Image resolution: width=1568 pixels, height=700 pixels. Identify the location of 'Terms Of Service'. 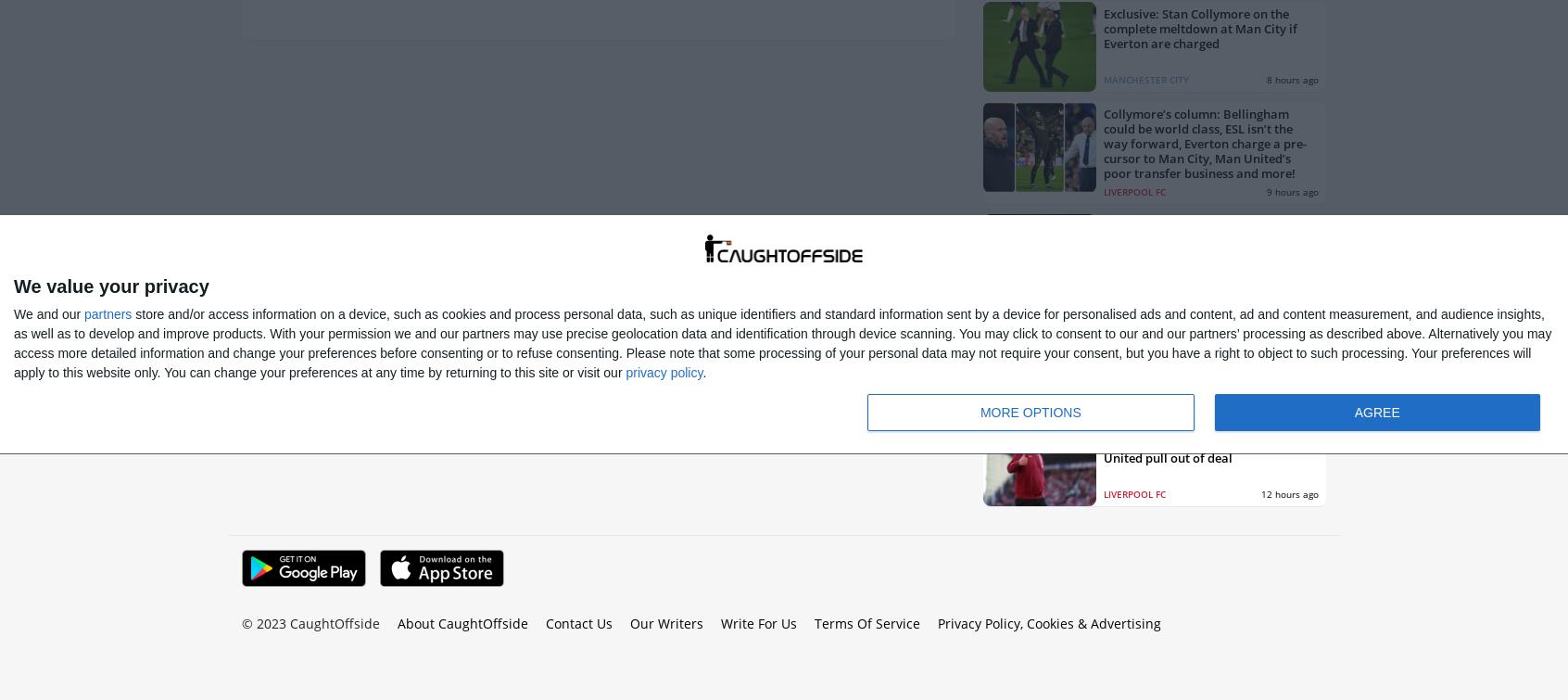
(813, 622).